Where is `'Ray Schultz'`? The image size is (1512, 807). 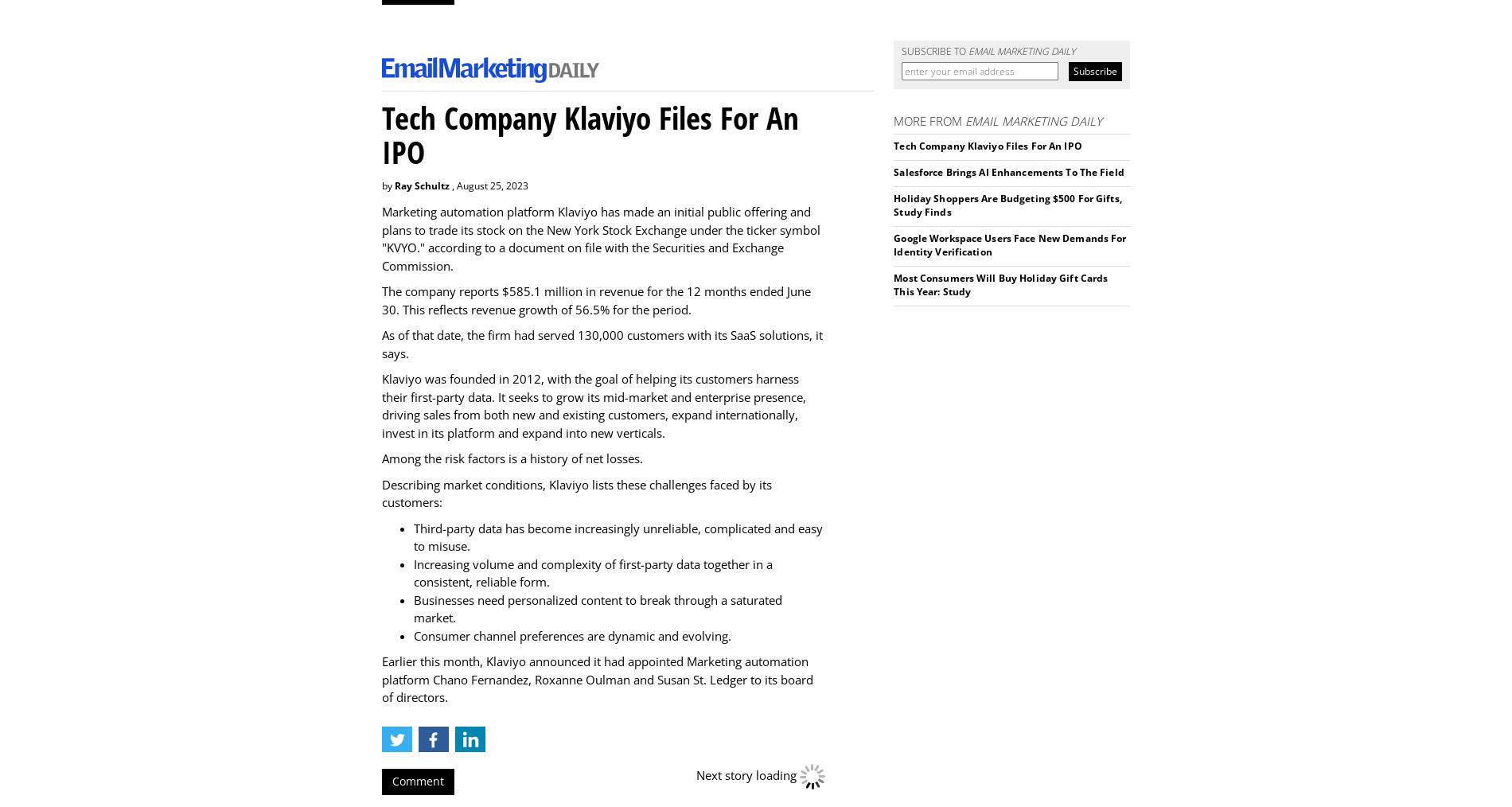 'Ray Schultz' is located at coordinates (395, 185).